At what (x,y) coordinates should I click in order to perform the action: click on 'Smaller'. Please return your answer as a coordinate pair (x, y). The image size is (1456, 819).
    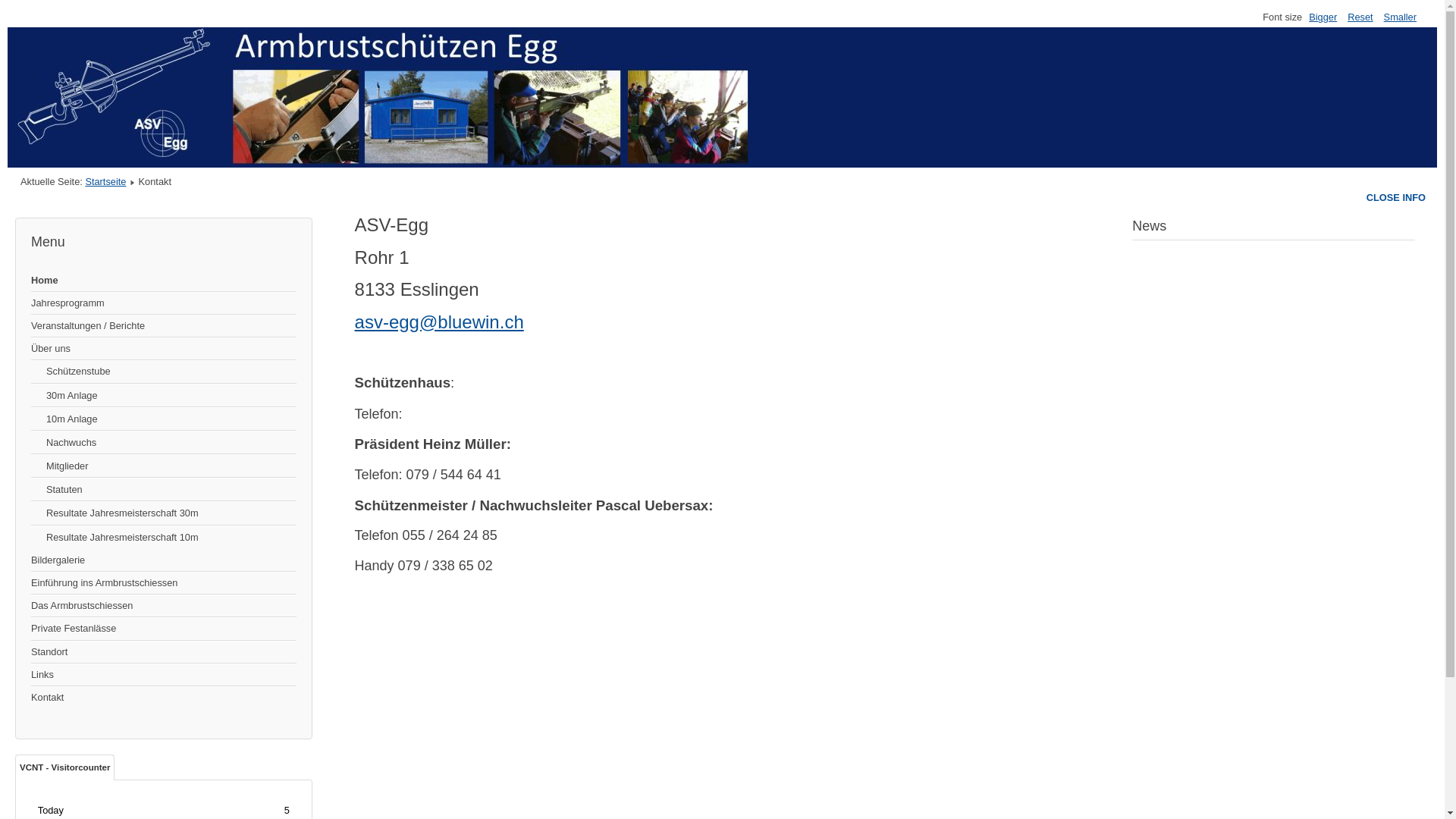
    Looking at the image, I should click on (1399, 17).